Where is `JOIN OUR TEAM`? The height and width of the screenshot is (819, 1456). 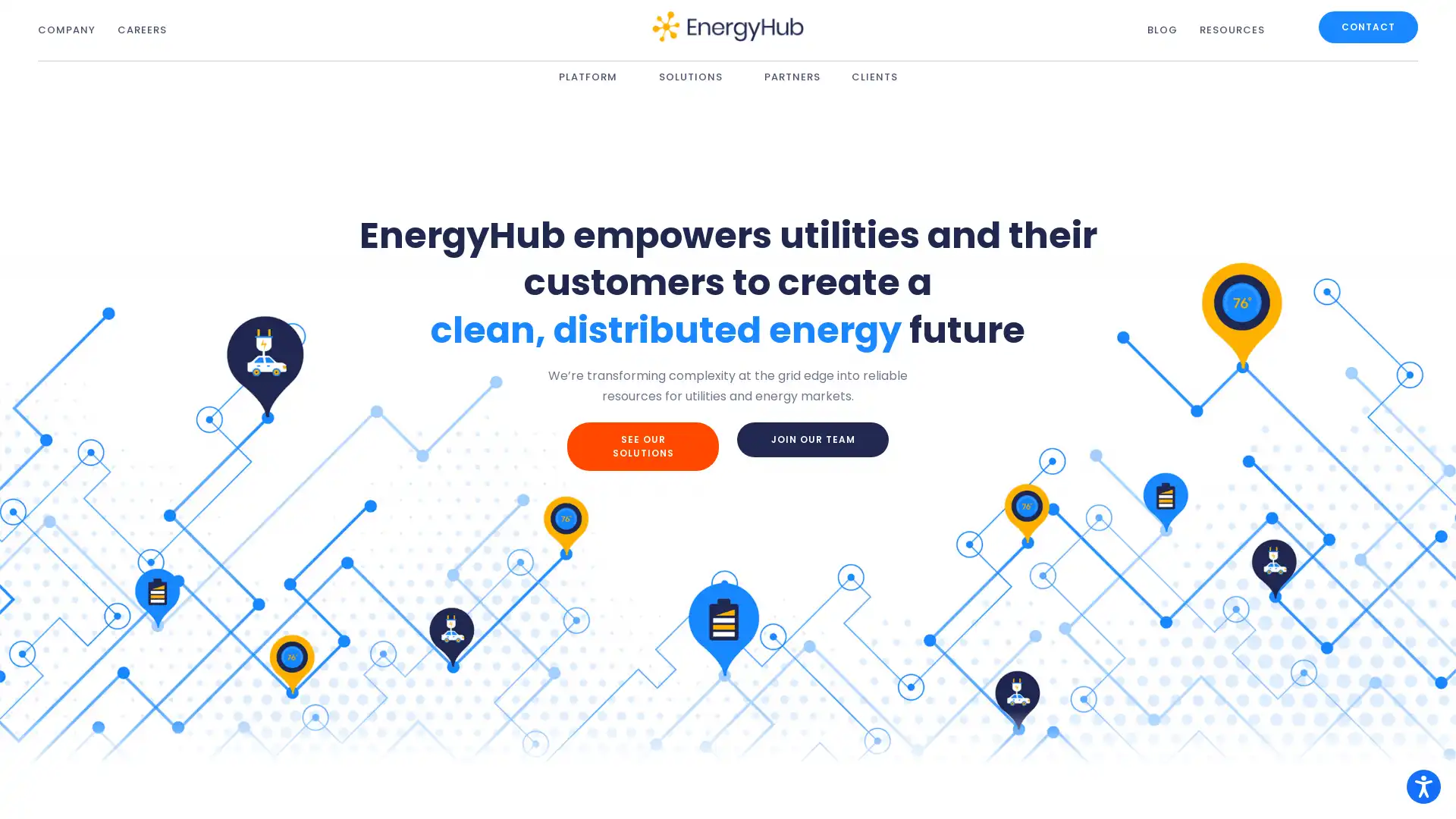
JOIN OUR TEAM is located at coordinates (811, 438).